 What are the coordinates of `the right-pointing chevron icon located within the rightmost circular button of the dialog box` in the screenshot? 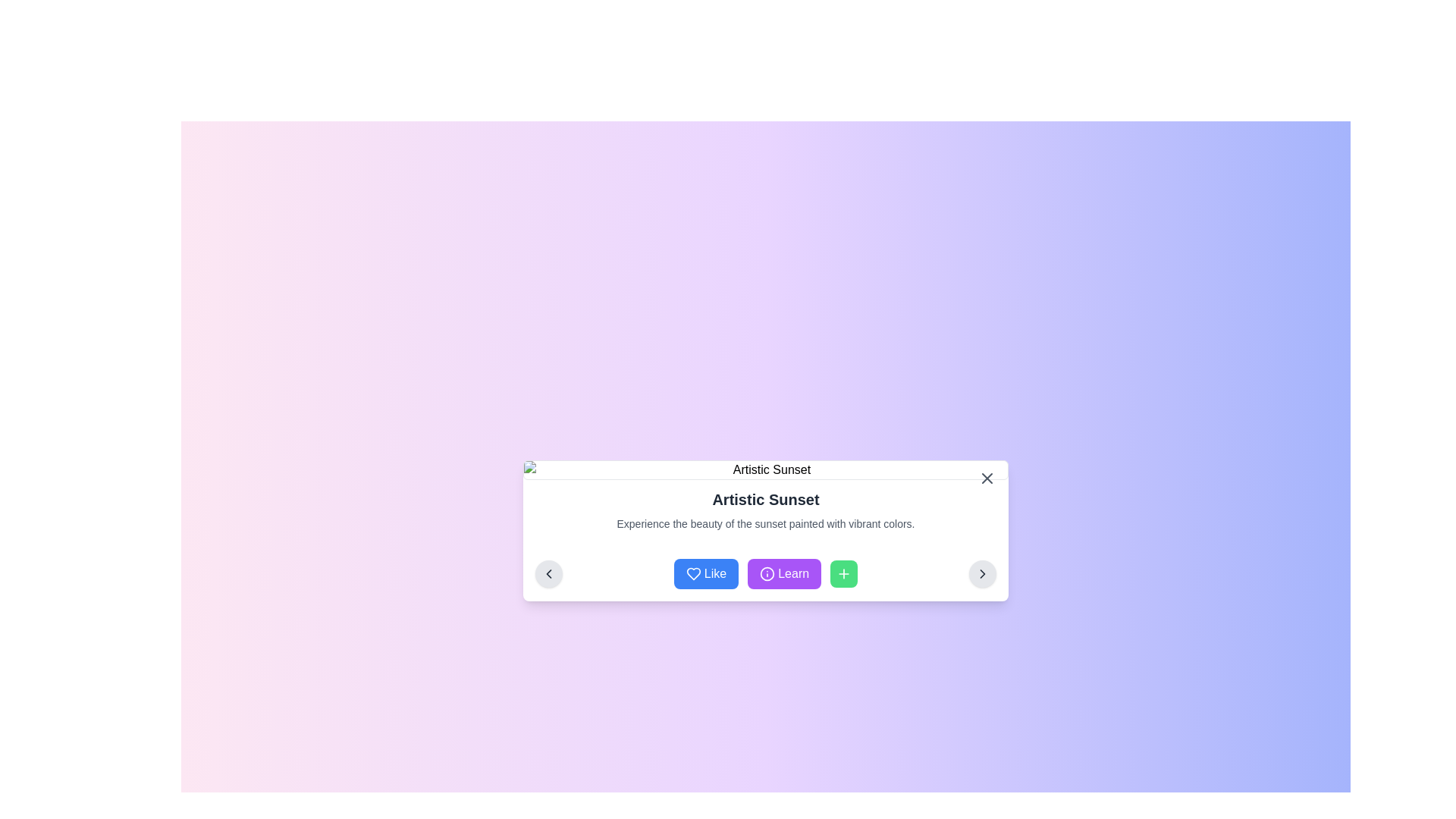 It's located at (983, 573).